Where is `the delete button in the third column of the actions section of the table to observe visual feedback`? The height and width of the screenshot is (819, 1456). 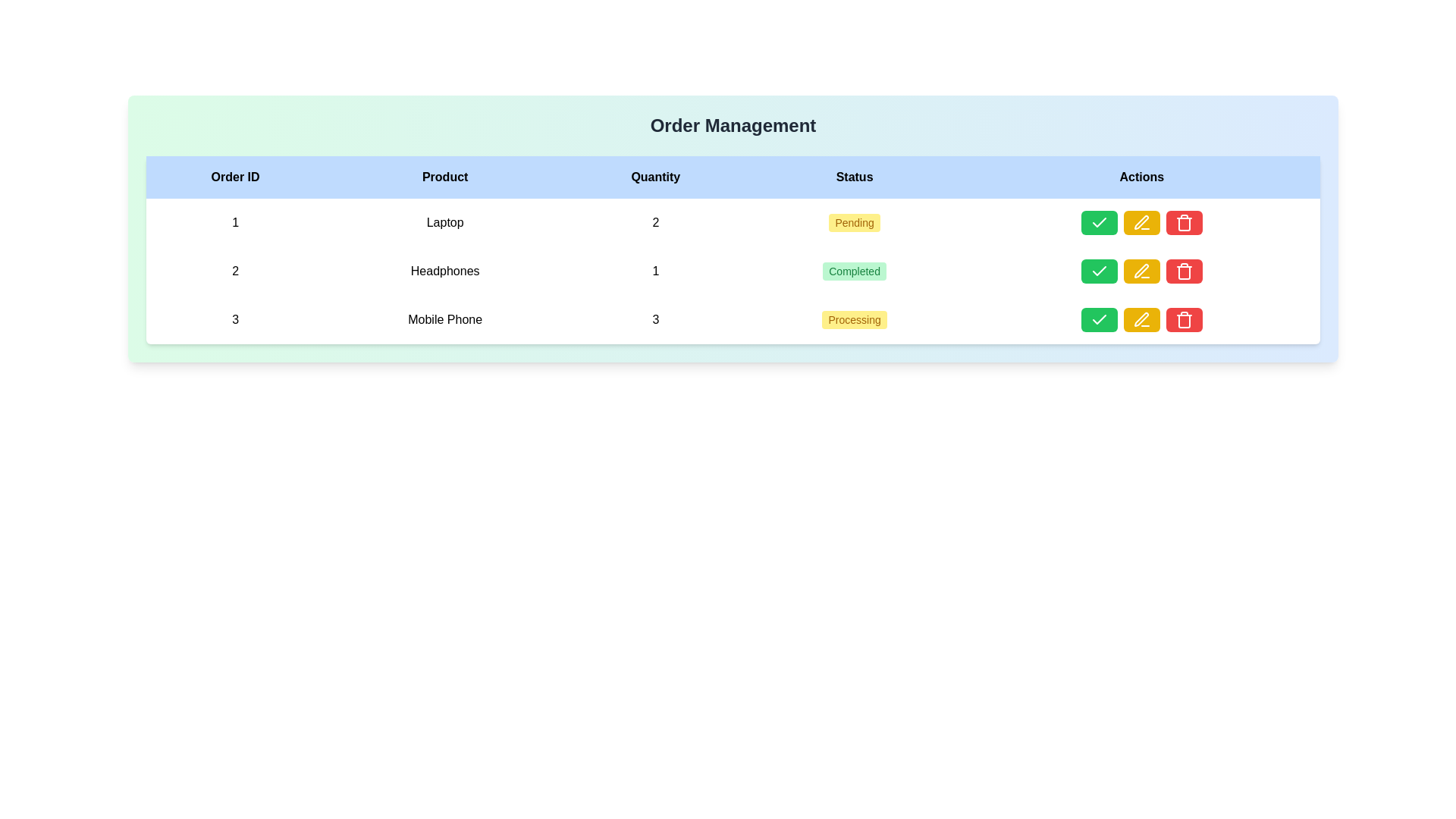
the delete button in the third column of the actions section of the table to observe visual feedback is located at coordinates (1183, 222).